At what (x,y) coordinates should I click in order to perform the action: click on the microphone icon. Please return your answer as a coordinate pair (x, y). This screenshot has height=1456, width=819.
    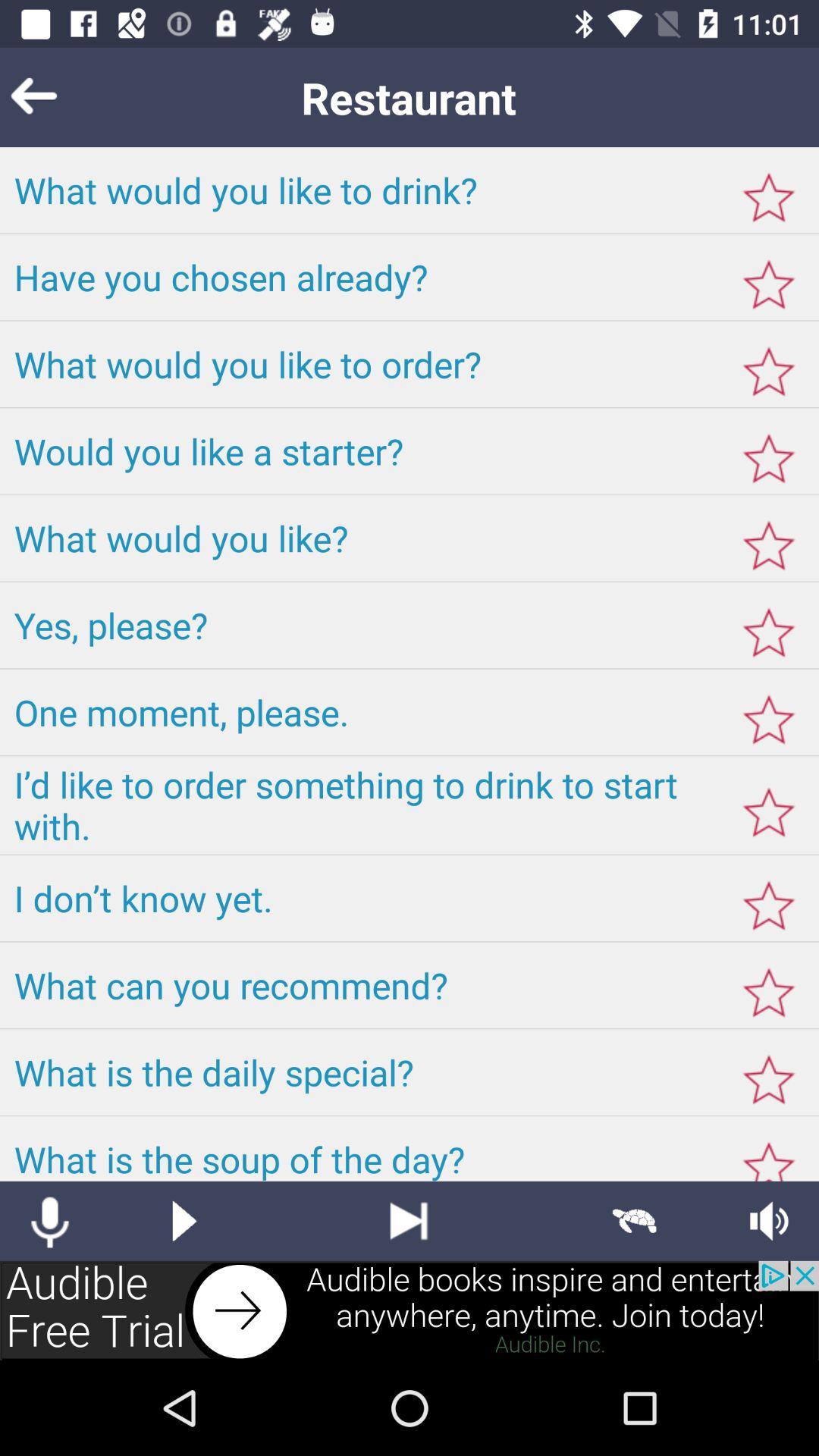
    Looking at the image, I should click on (49, 1221).